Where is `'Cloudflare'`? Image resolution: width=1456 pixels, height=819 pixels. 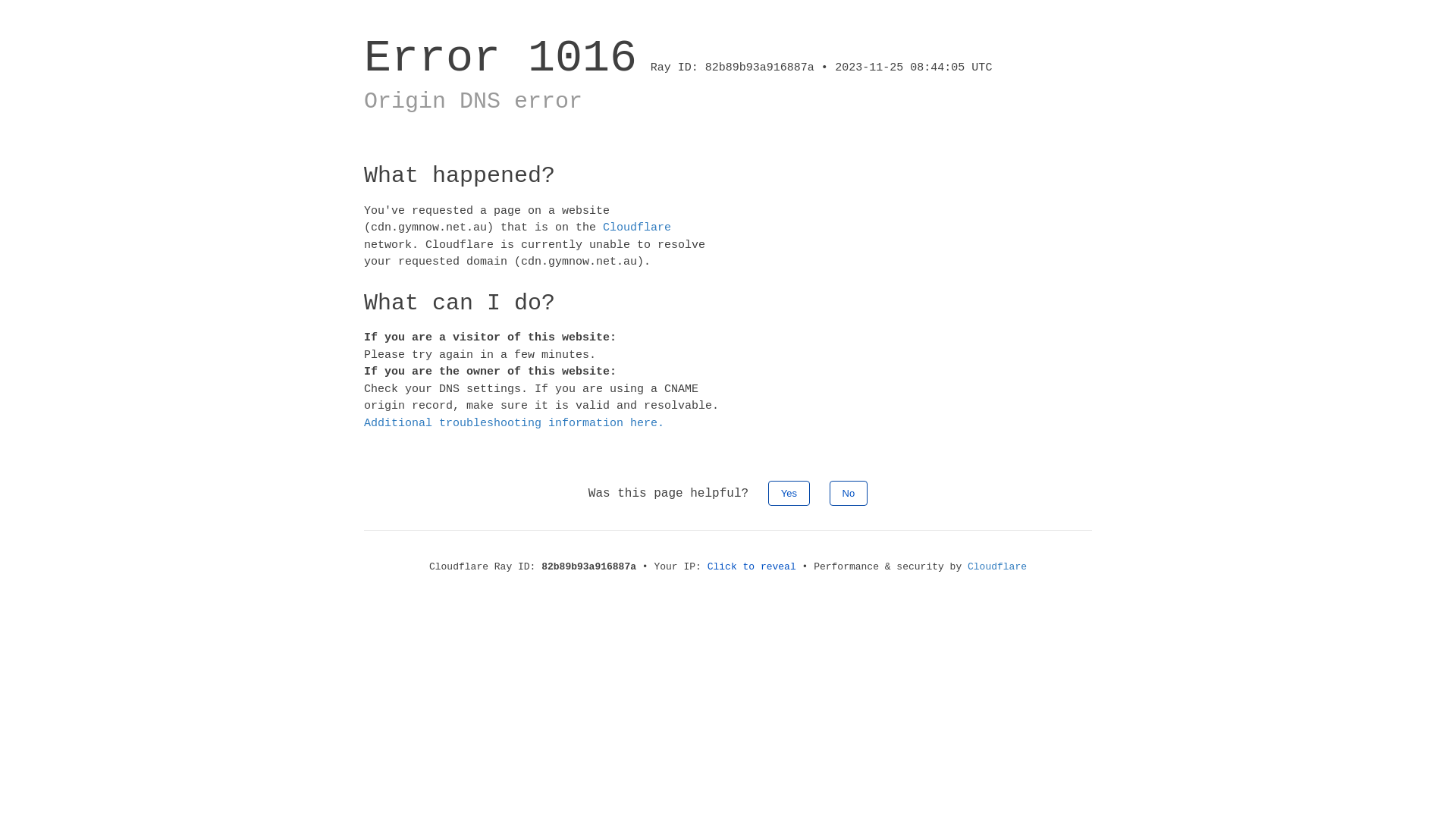 'Cloudflare' is located at coordinates (997, 566).